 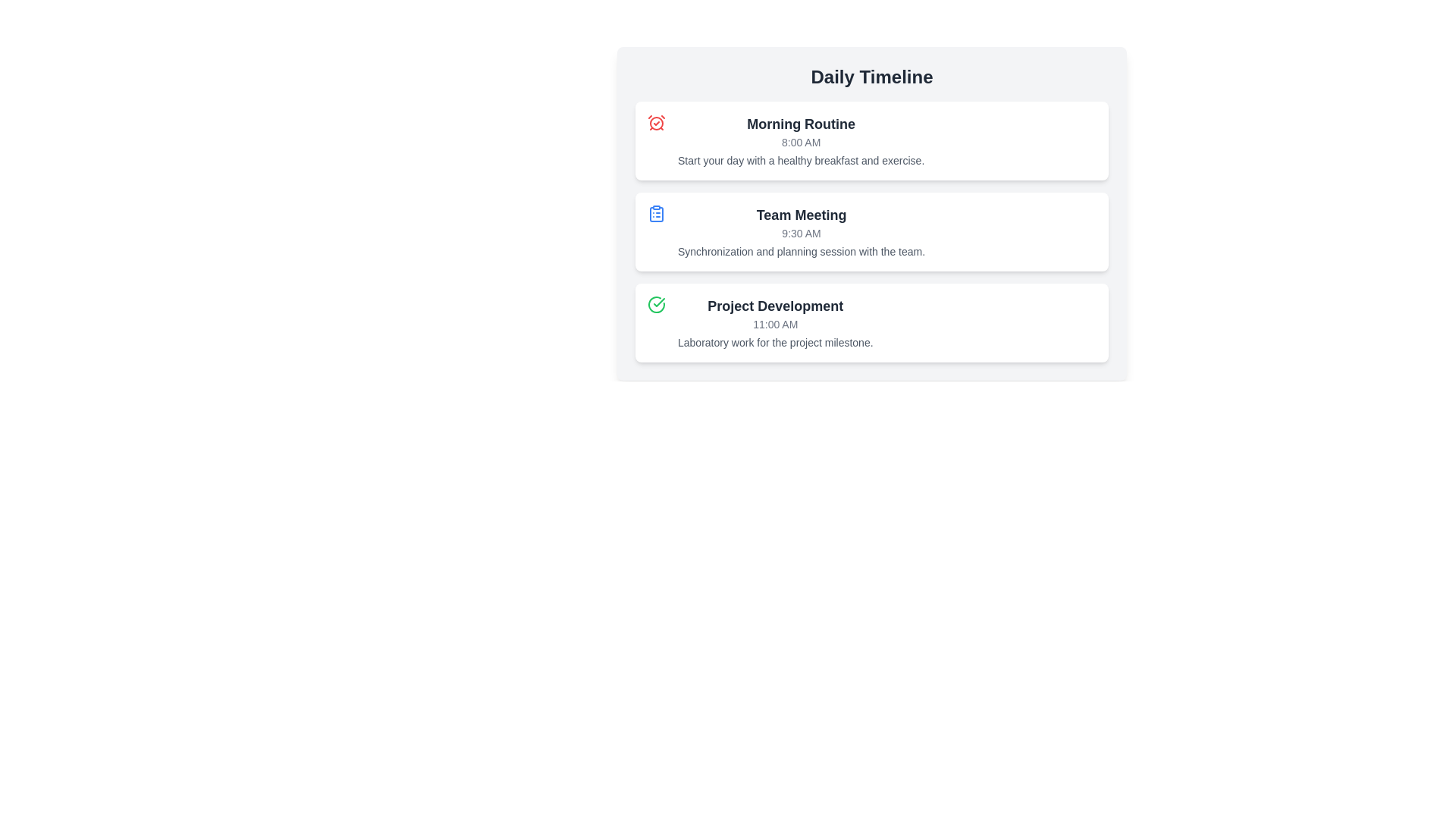 What do you see at coordinates (872, 231) in the screenshot?
I see `the second informational card in the 'Daily Timeline' that represents a team meeting for accessibility navigation` at bounding box center [872, 231].